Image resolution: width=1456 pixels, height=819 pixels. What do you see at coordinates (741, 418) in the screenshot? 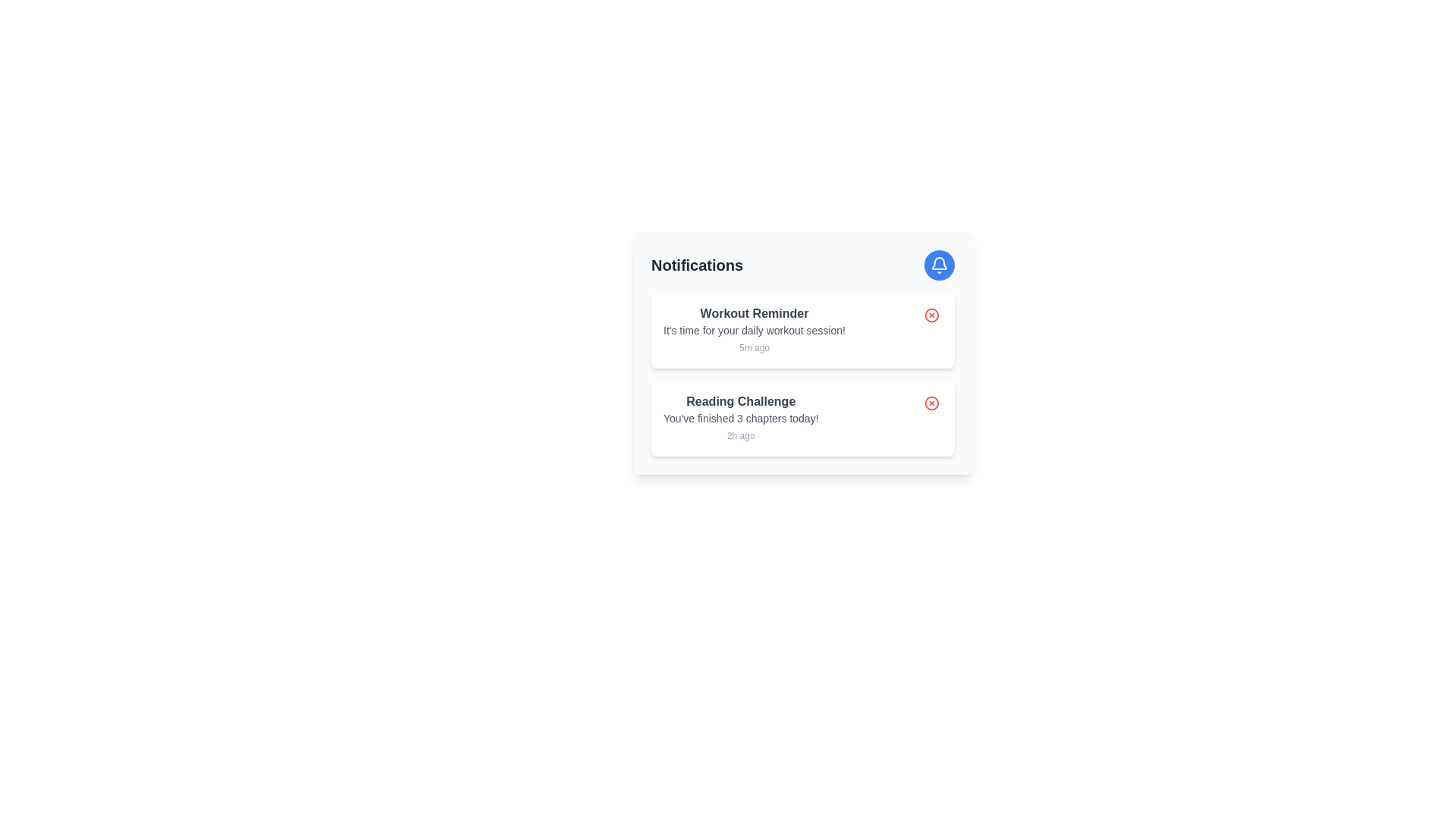
I see `informative text description located in the 'Reading Challenge' notification card, positioned as the second line of text below the title and above the timestamp '2h ago'` at bounding box center [741, 418].